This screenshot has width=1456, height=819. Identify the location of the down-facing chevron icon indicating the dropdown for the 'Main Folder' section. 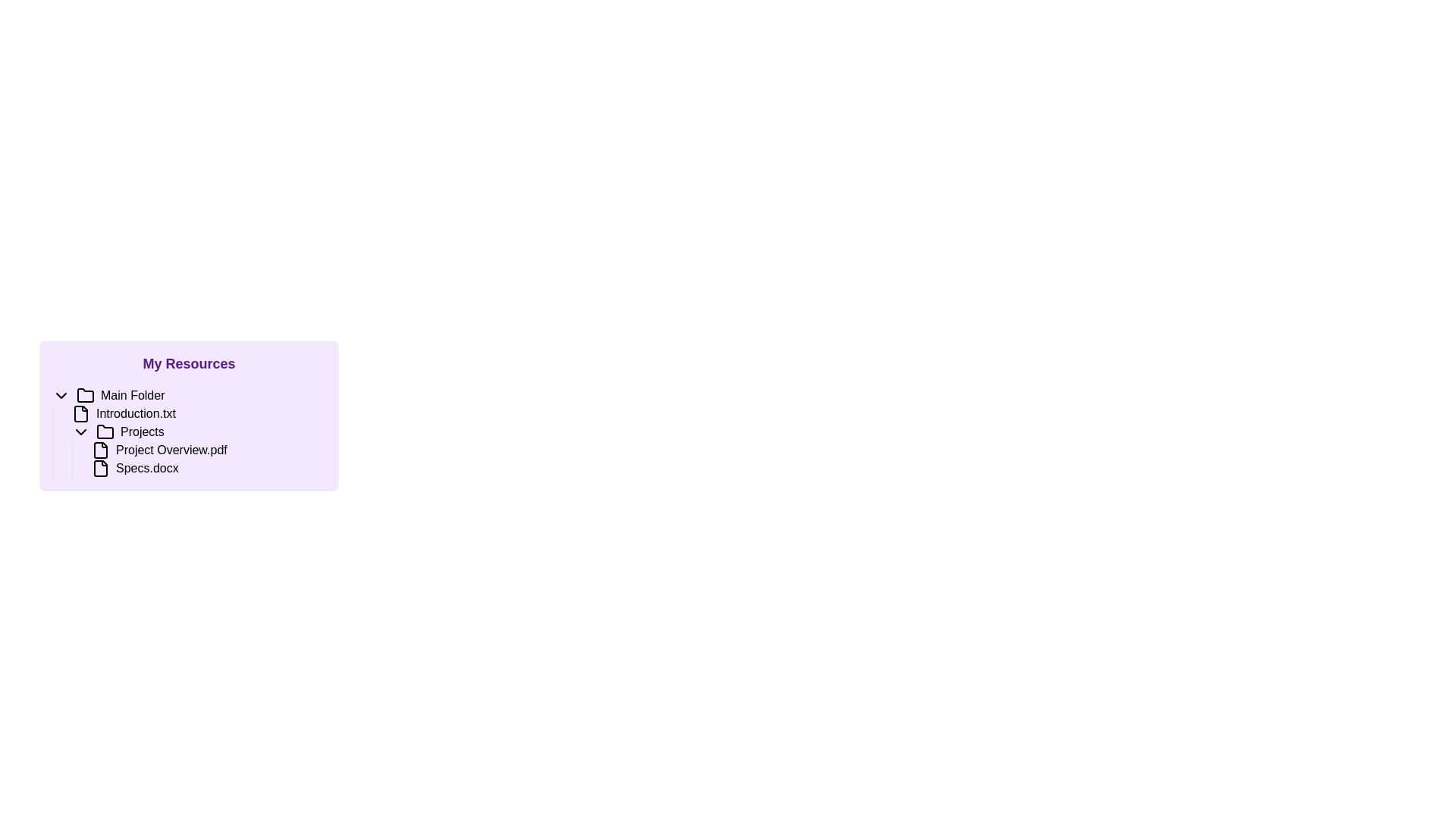
(61, 394).